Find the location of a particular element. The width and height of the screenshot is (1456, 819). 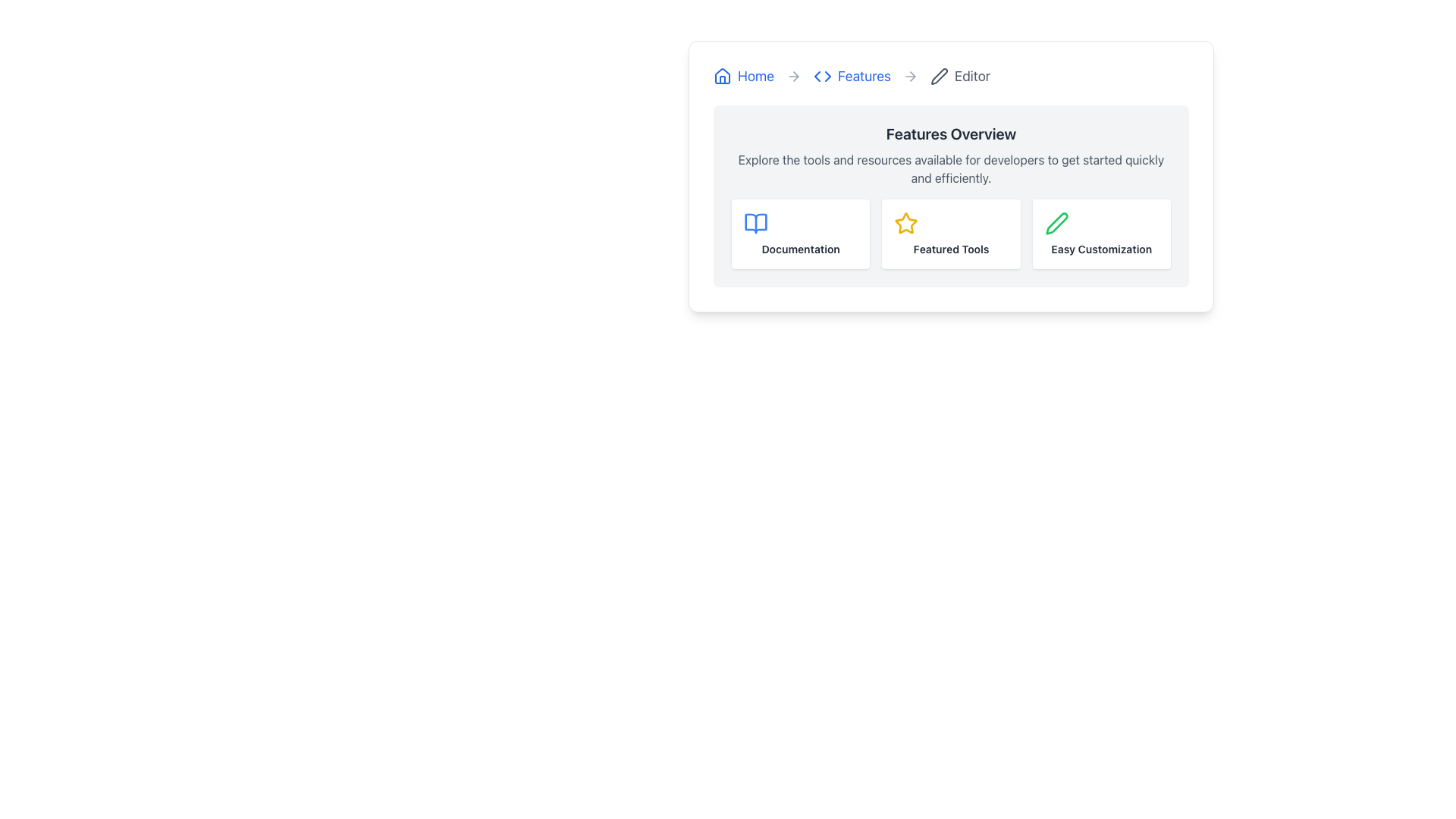

the green pen icon, which is the last item in the row of three icons under the 'Features Overview' heading, indicating a writing or editing function is located at coordinates (1056, 223).